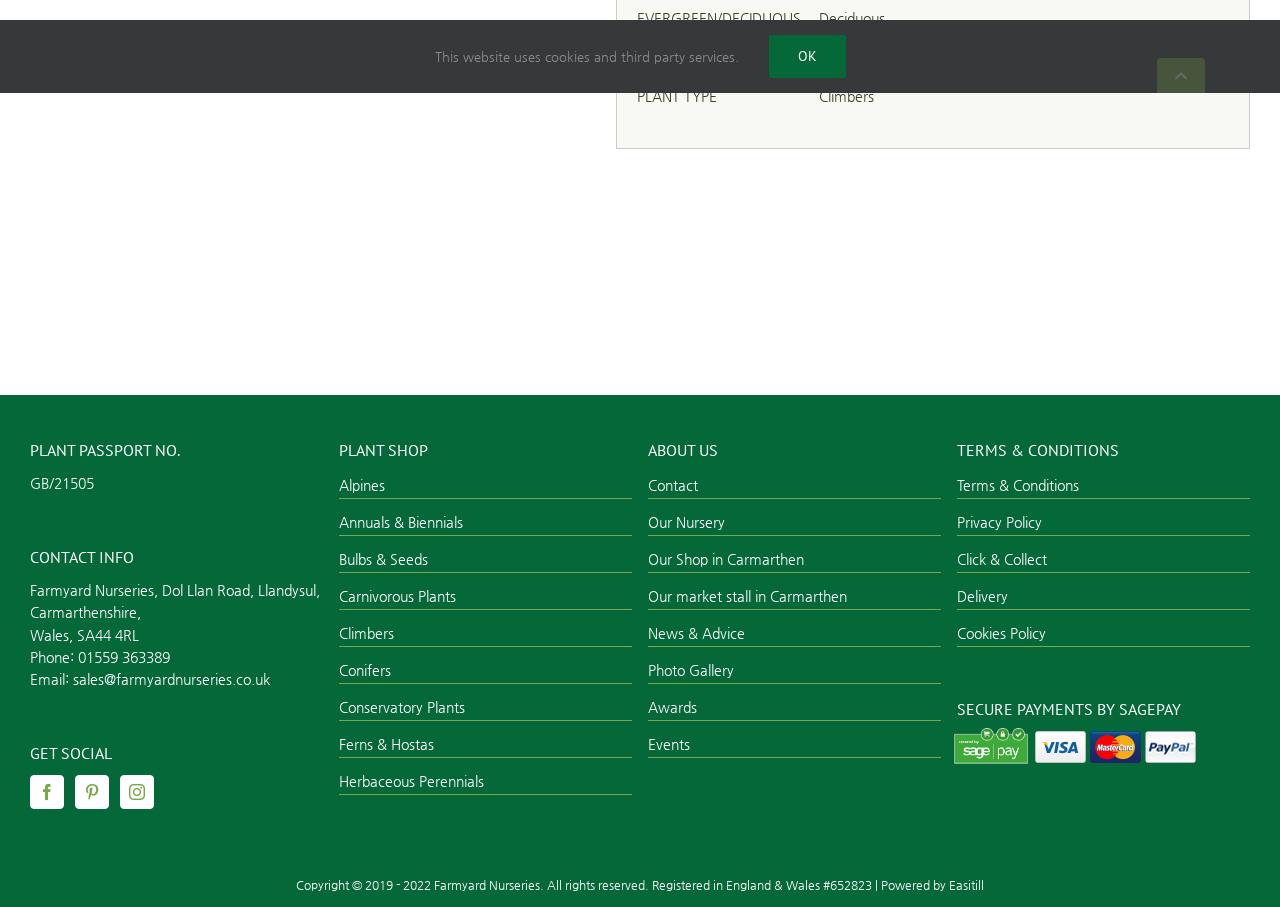  Describe the element at coordinates (174, 599) in the screenshot. I see `'Farmyard Nurseries, Dol Llan Road, Llandysul, Carmarthenshire,'` at that location.